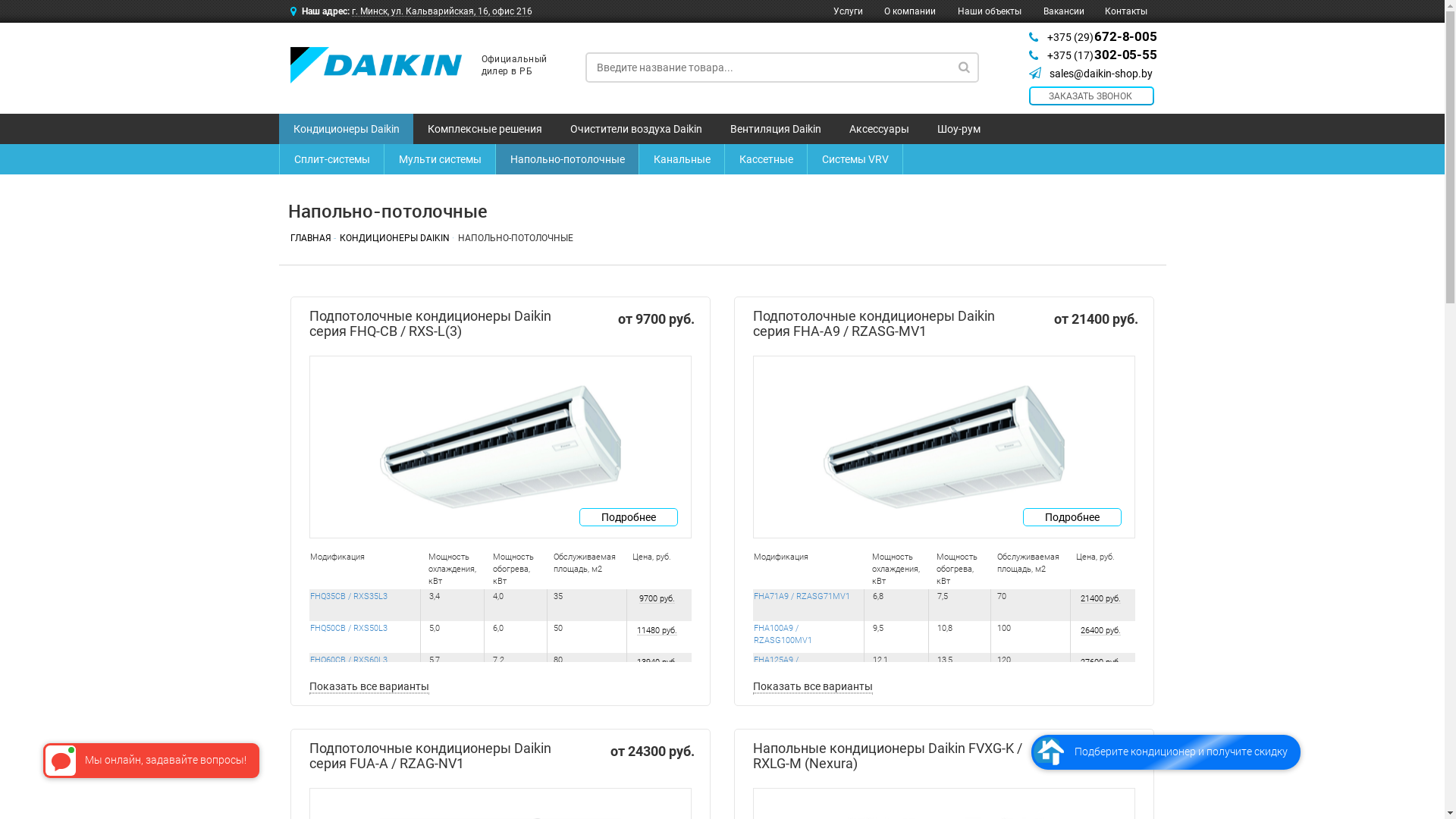  Describe the element at coordinates (1101, 36) in the screenshot. I see `'+375 (29) 672-8-005'` at that location.